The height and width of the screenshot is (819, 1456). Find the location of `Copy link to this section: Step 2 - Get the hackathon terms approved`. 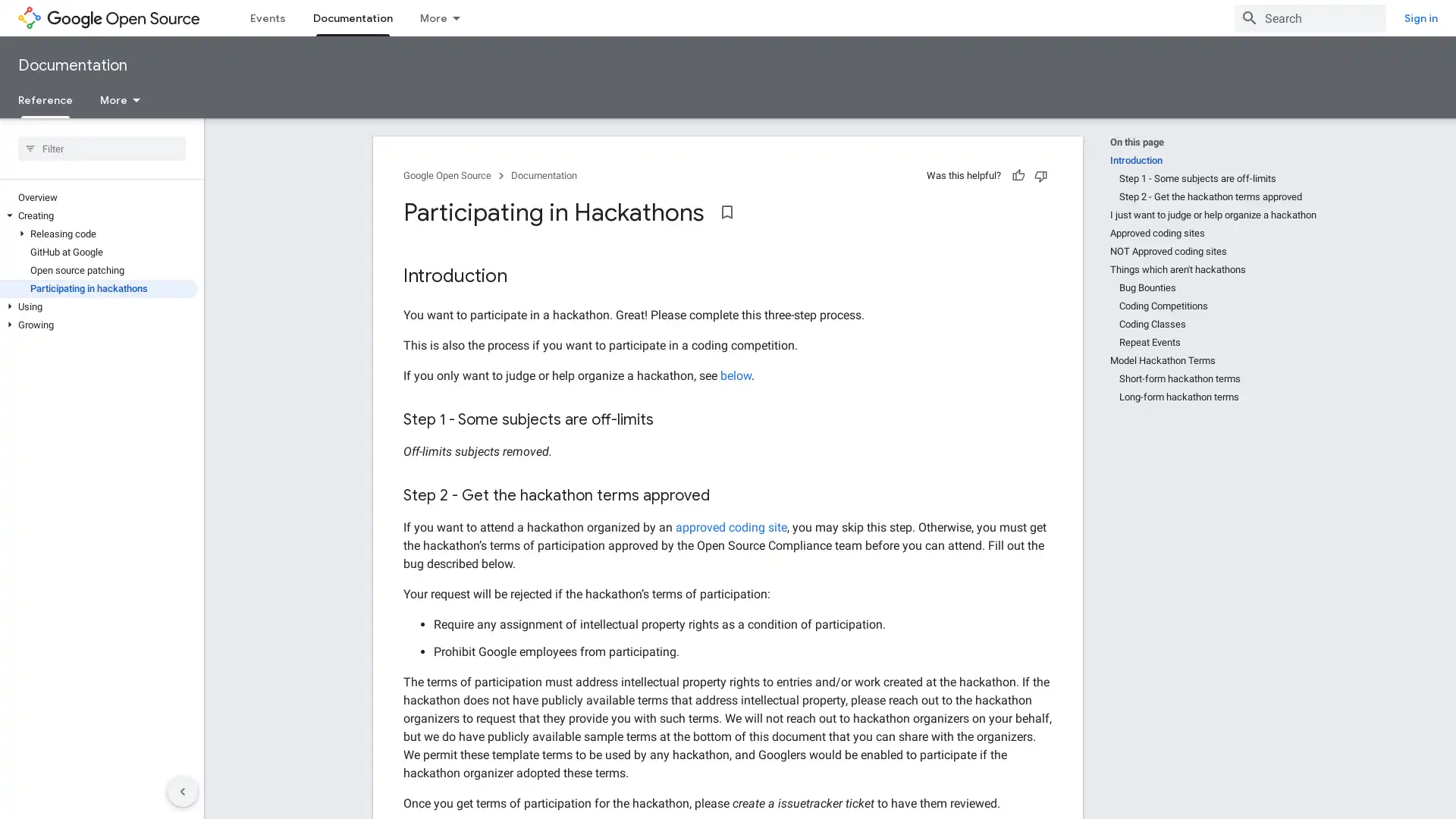

Copy link to this section: Step 2 - Get the hackathon terms approved is located at coordinates (723, 496).